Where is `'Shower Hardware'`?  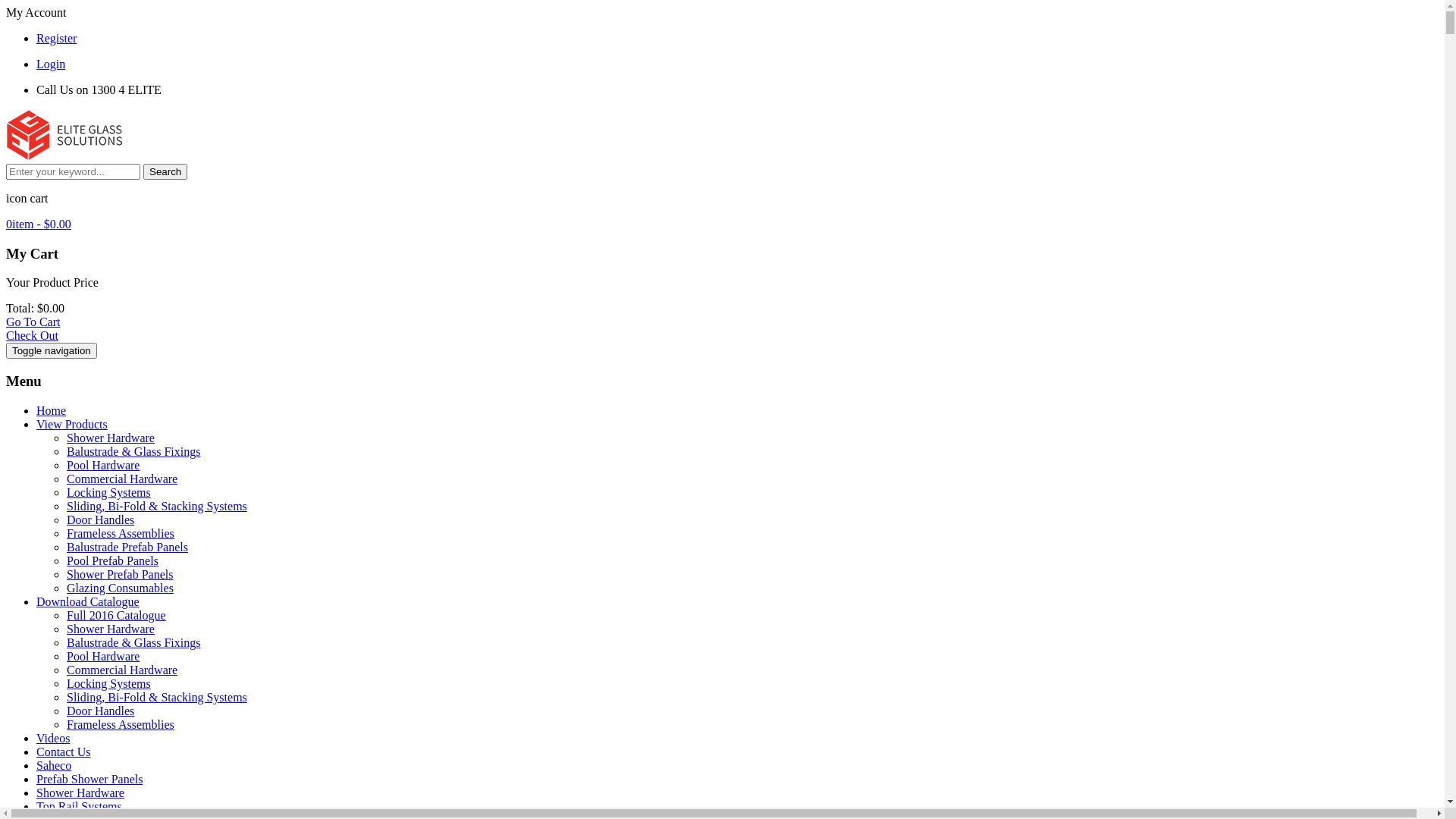
'Shower Hardware' is located at coordinates (109, 629).